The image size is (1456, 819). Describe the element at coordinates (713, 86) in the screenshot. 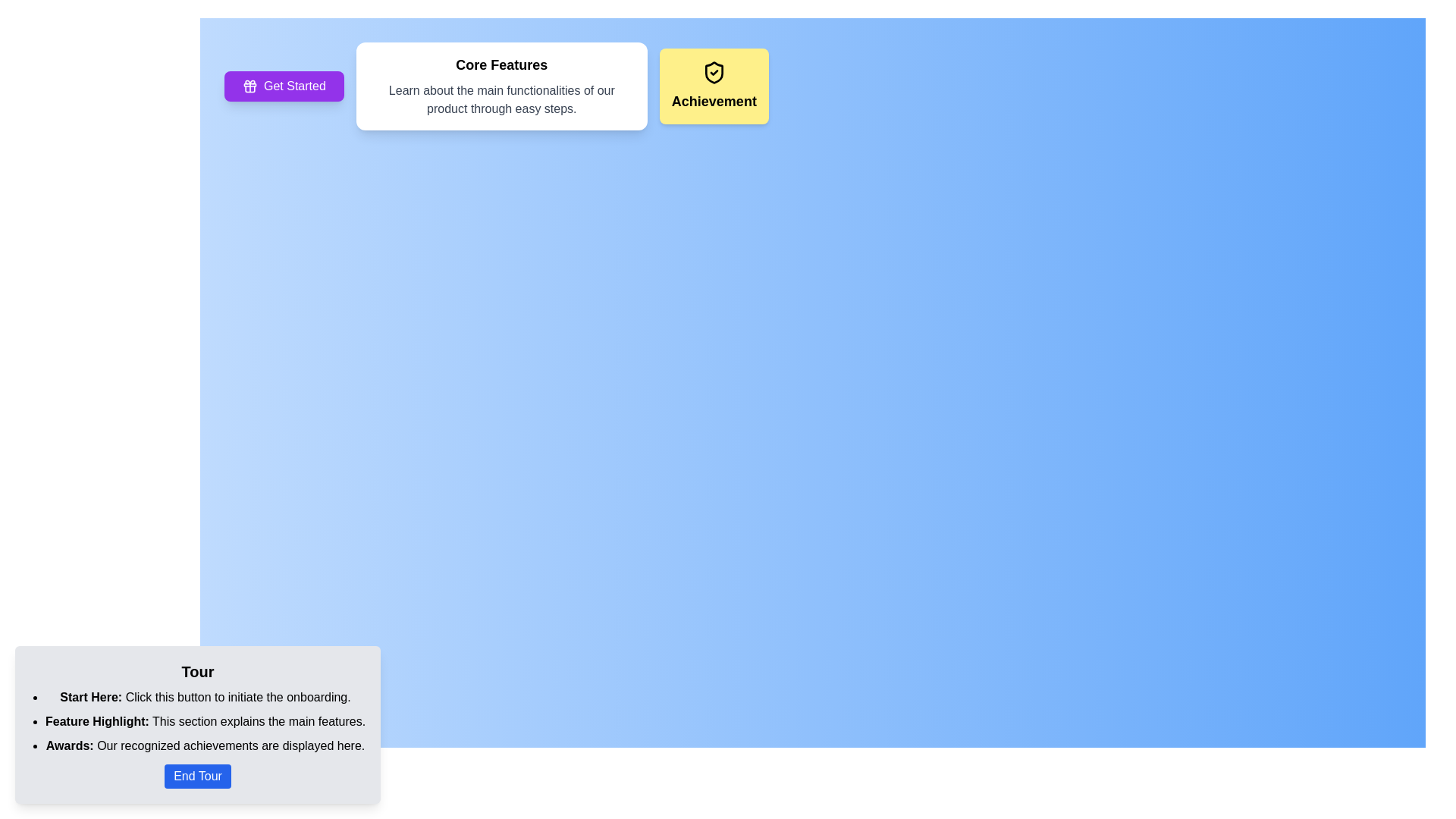

I see `the Card element that serves as a visual indicator for achievements, located to the right of the 'Core Features' card and vertically centered in its row` at that location.